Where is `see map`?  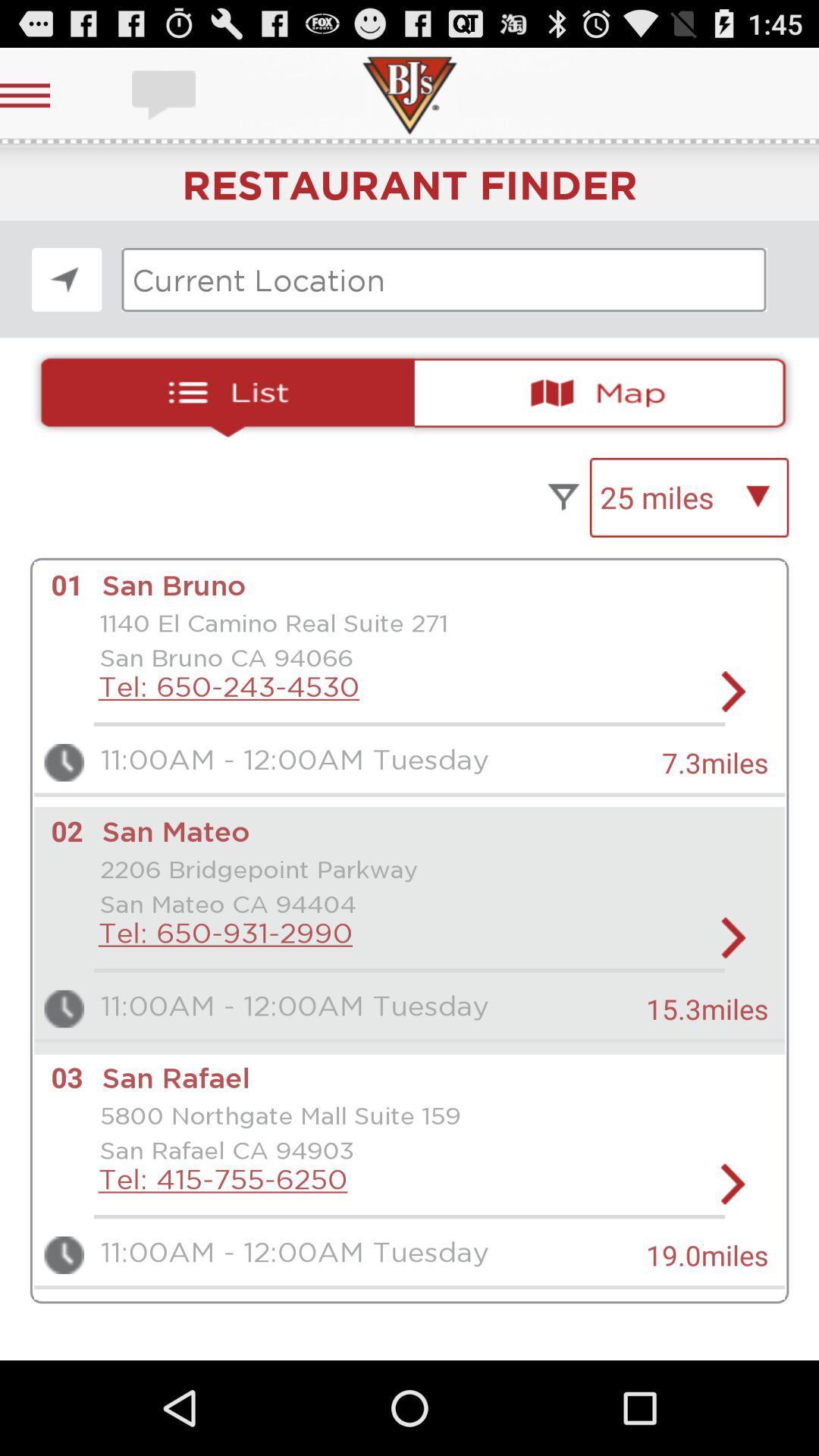
see map is located at coordinates (606, 393).